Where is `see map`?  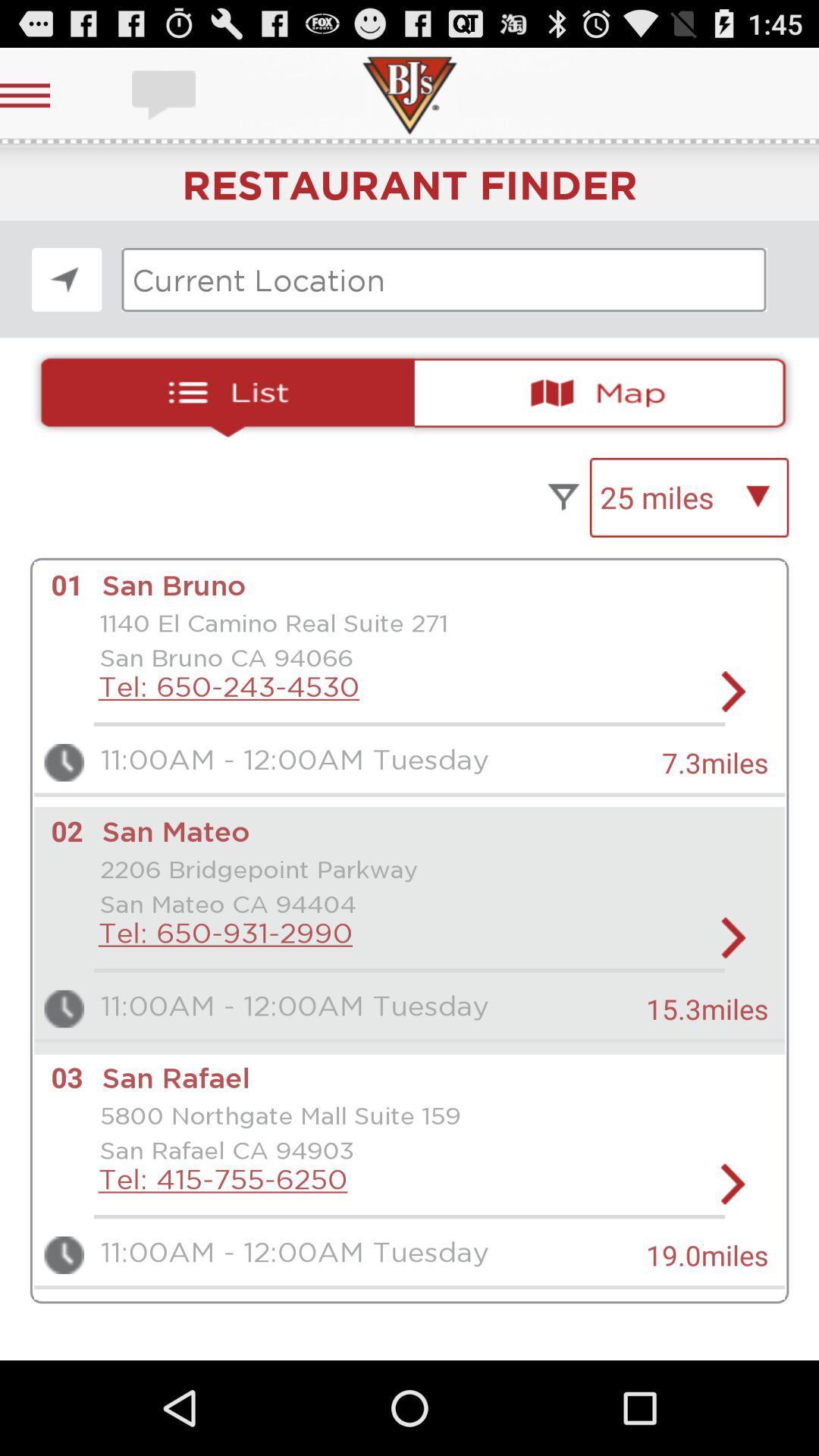
see map is located at coordinates (606, 393).